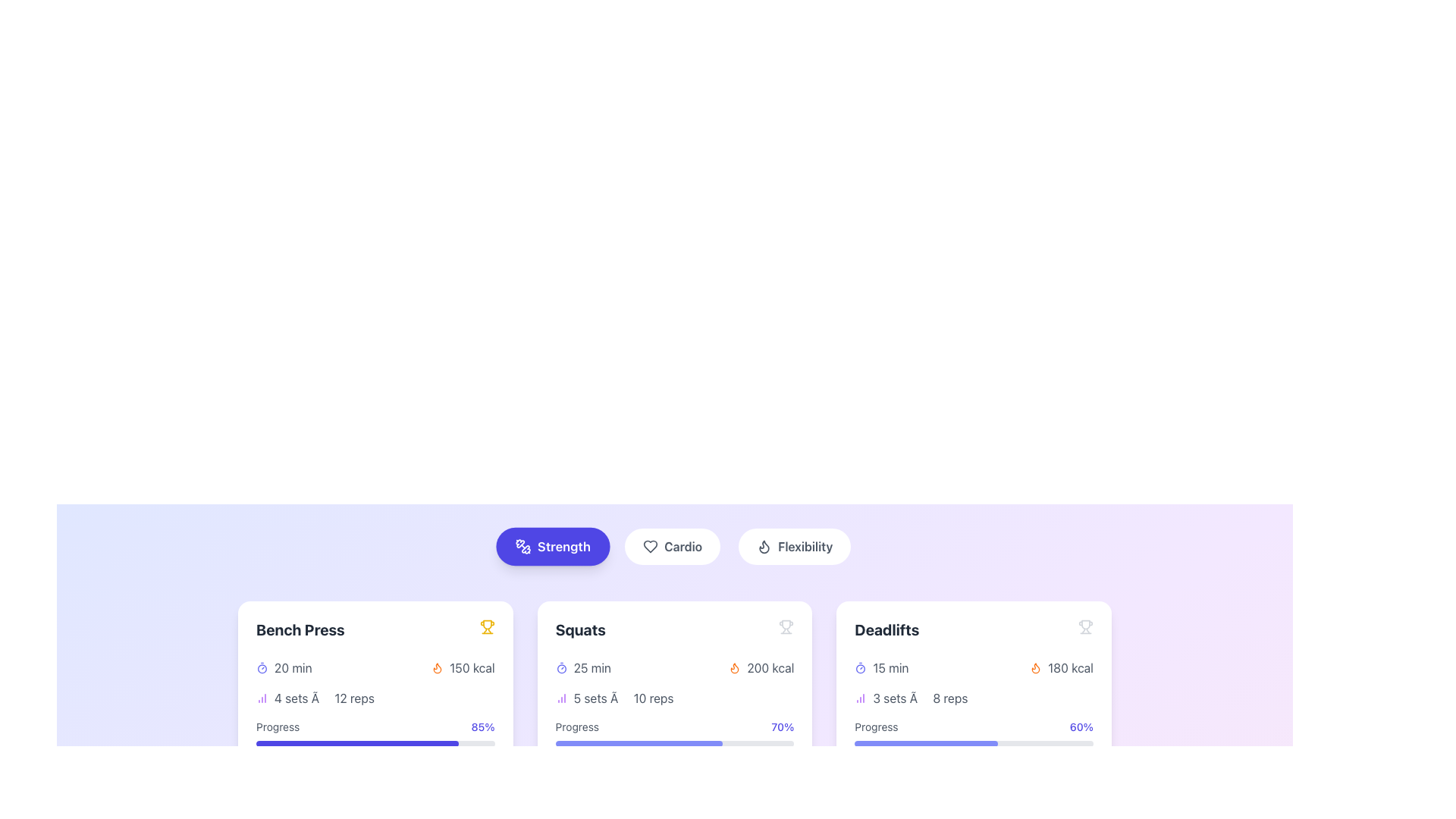 The height and width of the screenshot is (819, 1456). What do you see at coordinates (861, 698) in the screenshot?
I see `the icon representing analytical or progress-related information for the 'Deadlifts' activity, positioned at the far left of the 'Deadlifts' section, before the text '3 sets × 8 reps'` at bounding box center [861, 698].